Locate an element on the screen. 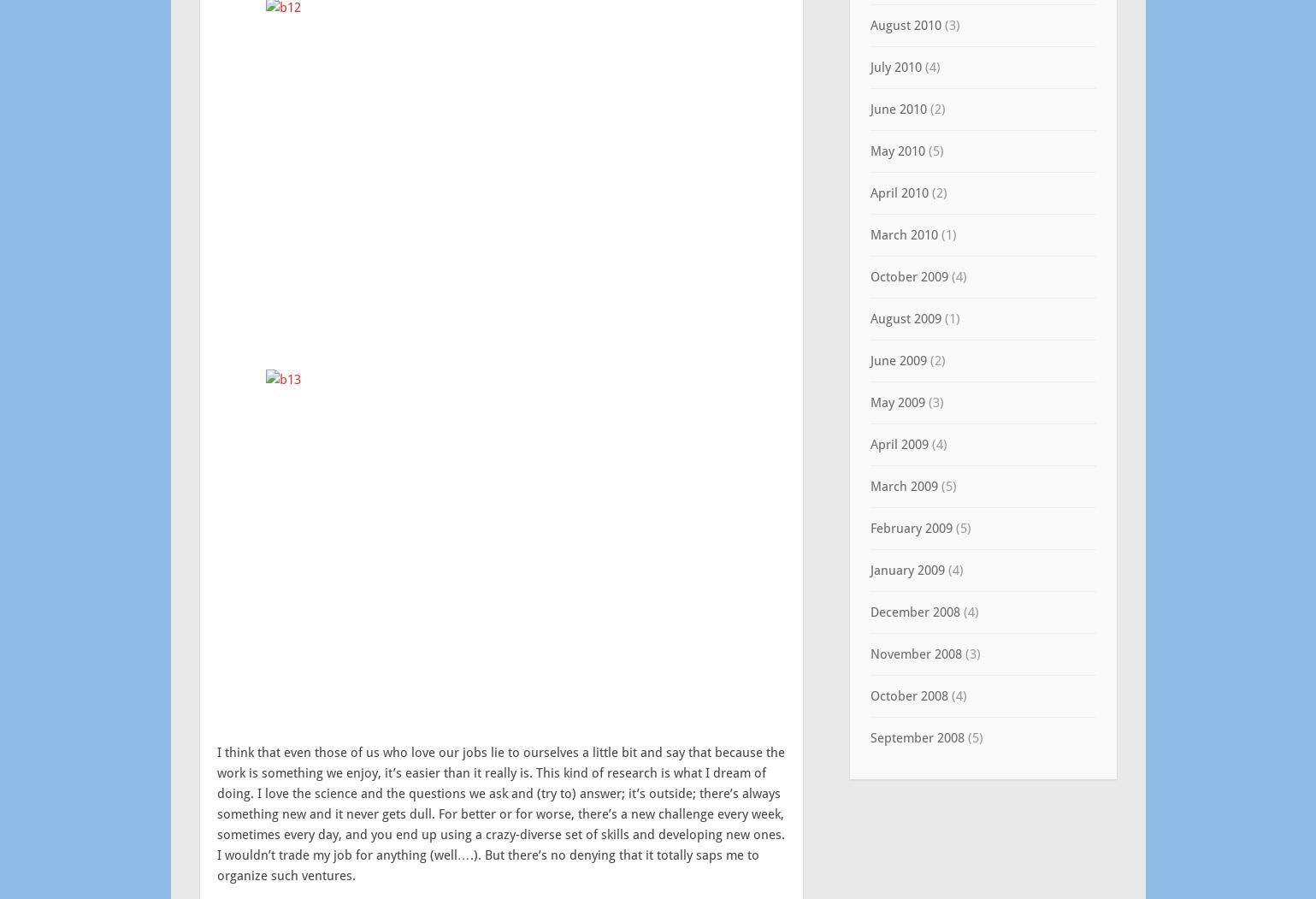 This screenshot has height=899, width=1316. 'December 2008' is located at coordinates (913, 612).